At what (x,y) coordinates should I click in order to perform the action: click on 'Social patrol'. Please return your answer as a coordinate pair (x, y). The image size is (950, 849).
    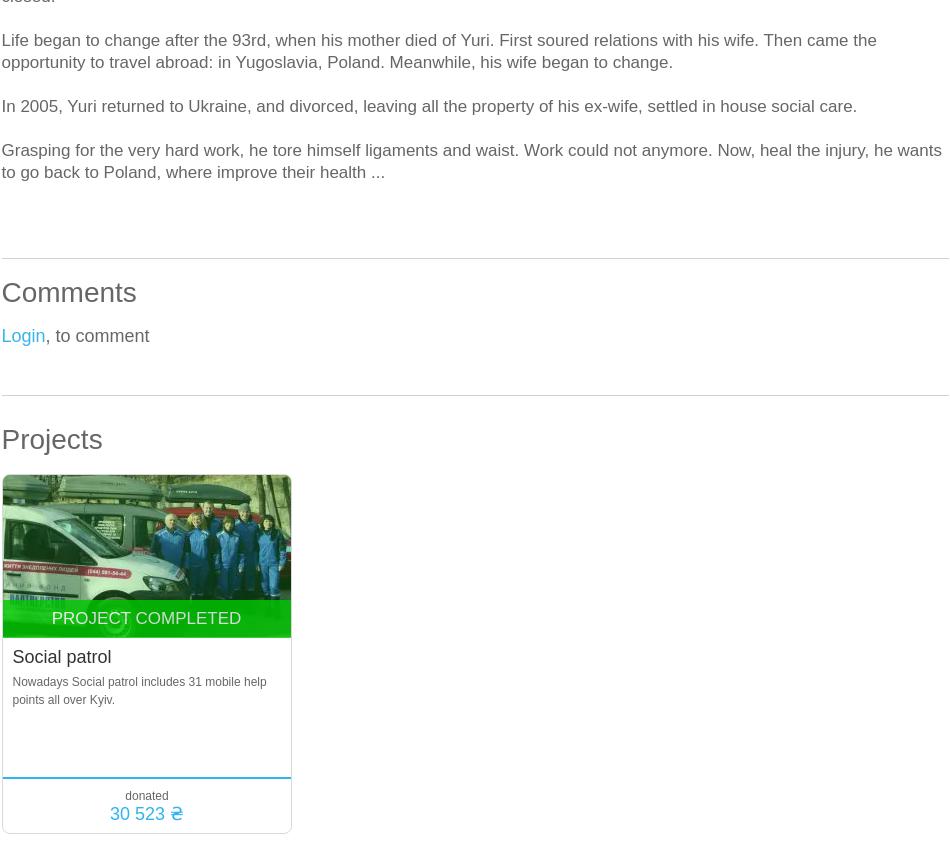
    Looking at the image, I should click on (11, 657).